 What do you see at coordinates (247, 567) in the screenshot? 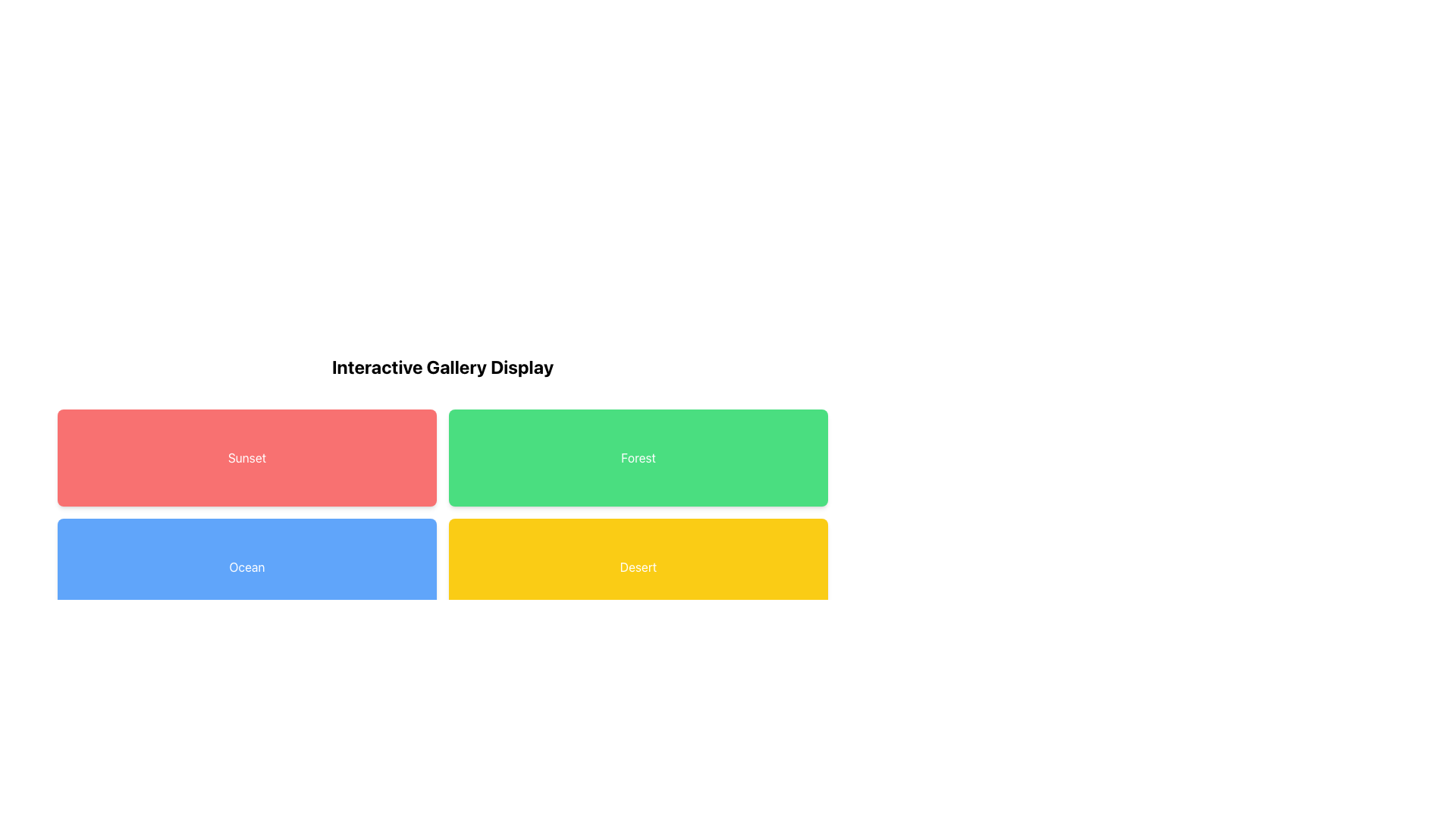
I see `the decorative Text Label located in the bottom-left block of the 2x2 grid layout, which indicates the name of the block or content within` at bounding box center [247, 567].